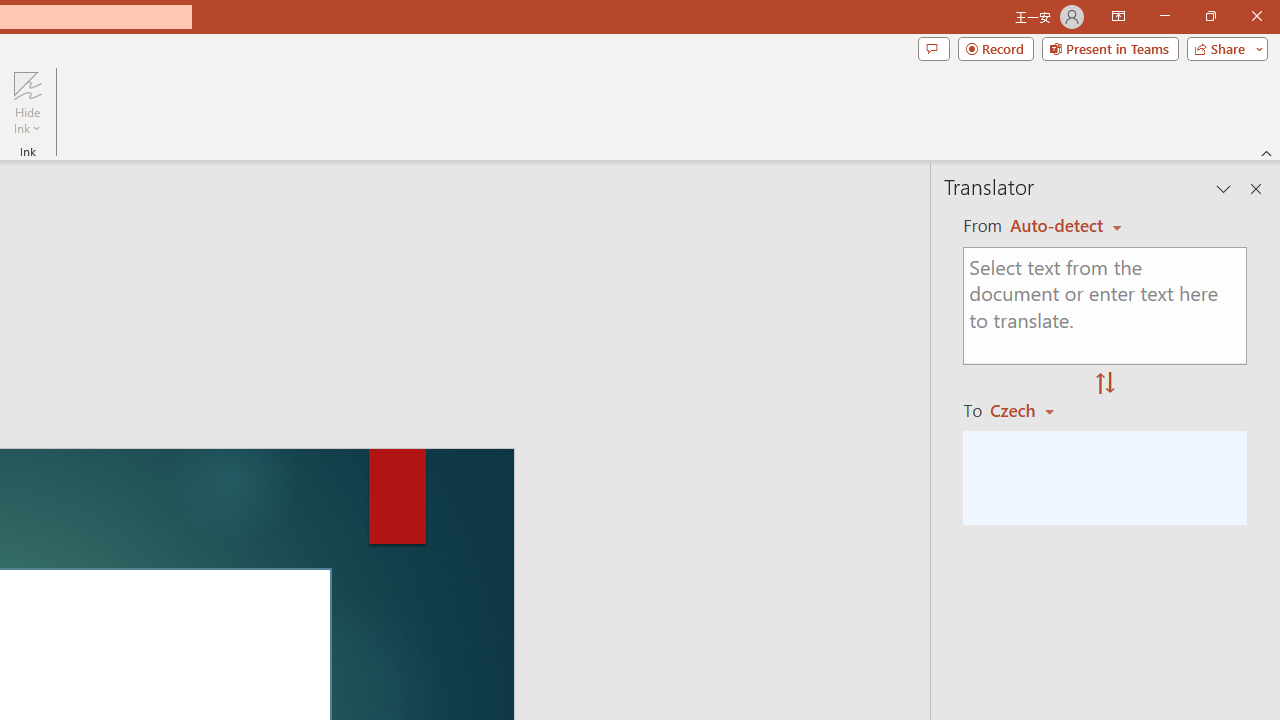  Describe the element at coordinates (1104, 384) in the screenshot. I see `'Swap "from" and "to" languages.'` at that location.